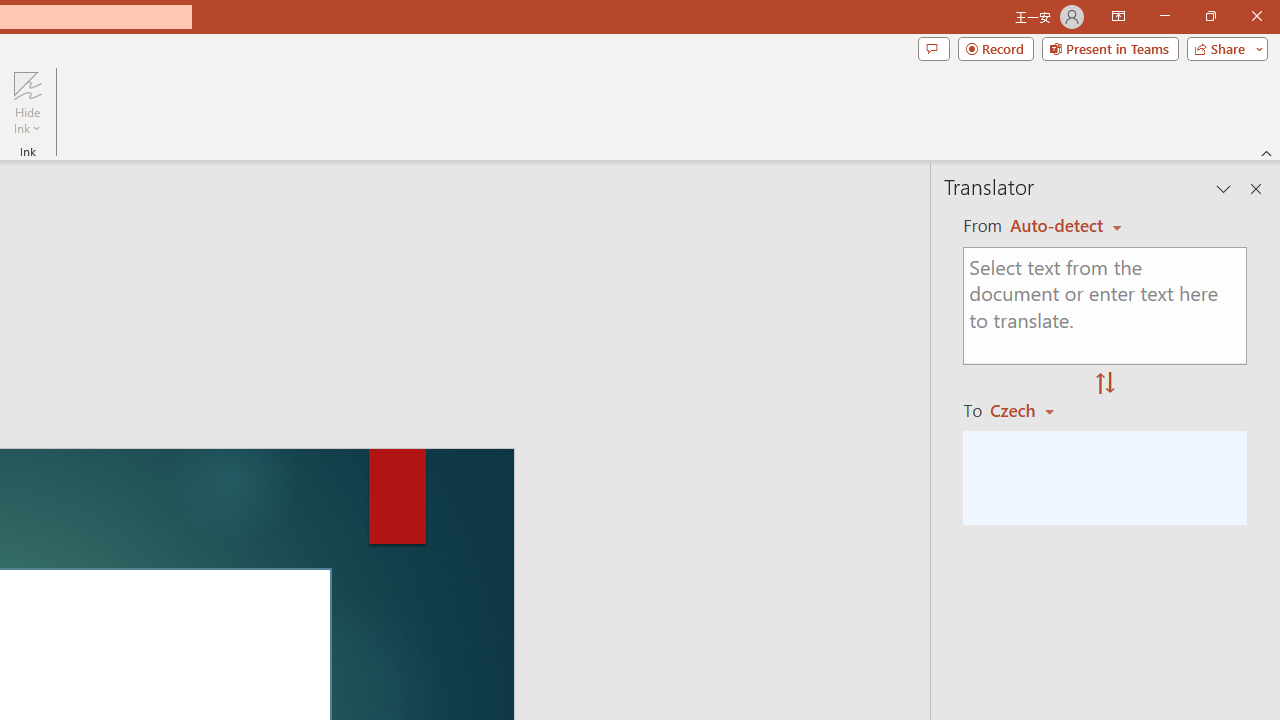  Describe the element at coordinates (1104, 384) in the screenshot. I see `'Swap "from" and "to" languages.'` at that location.